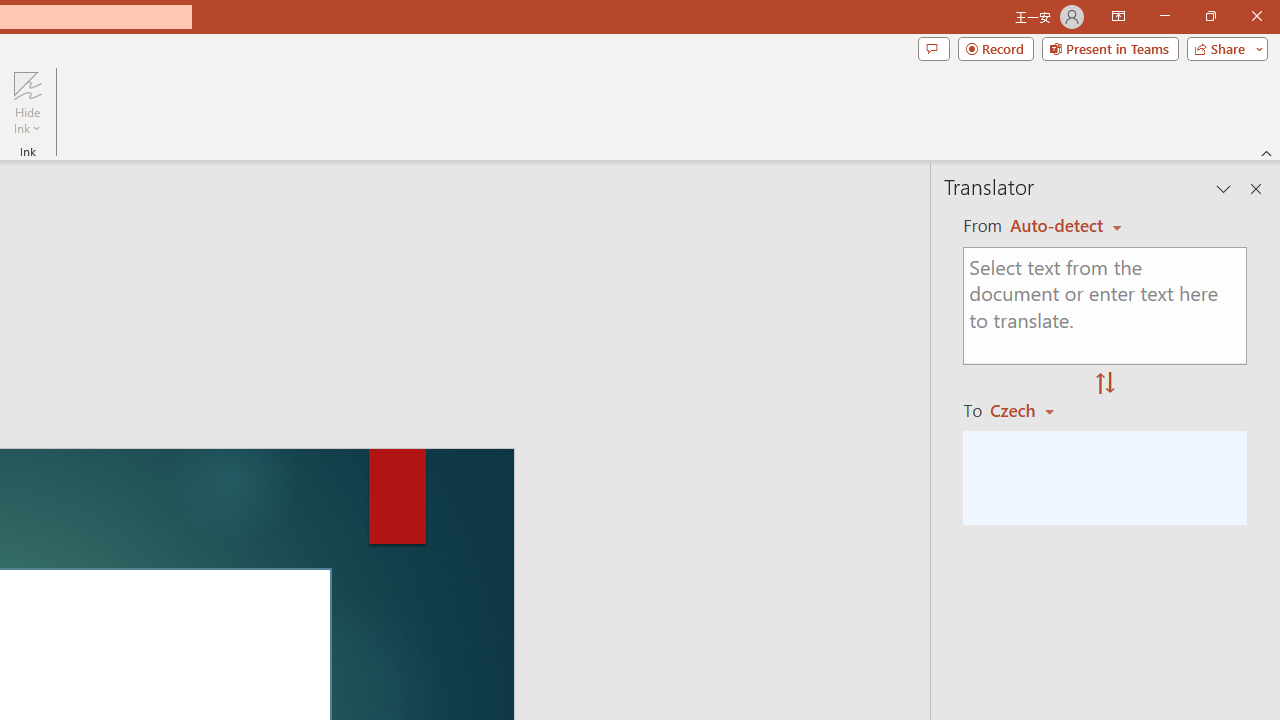  Describe the element at coordinates (1104, 384) in the screenshot. I see `'Swap "from" and "to" languages.'` at that location.